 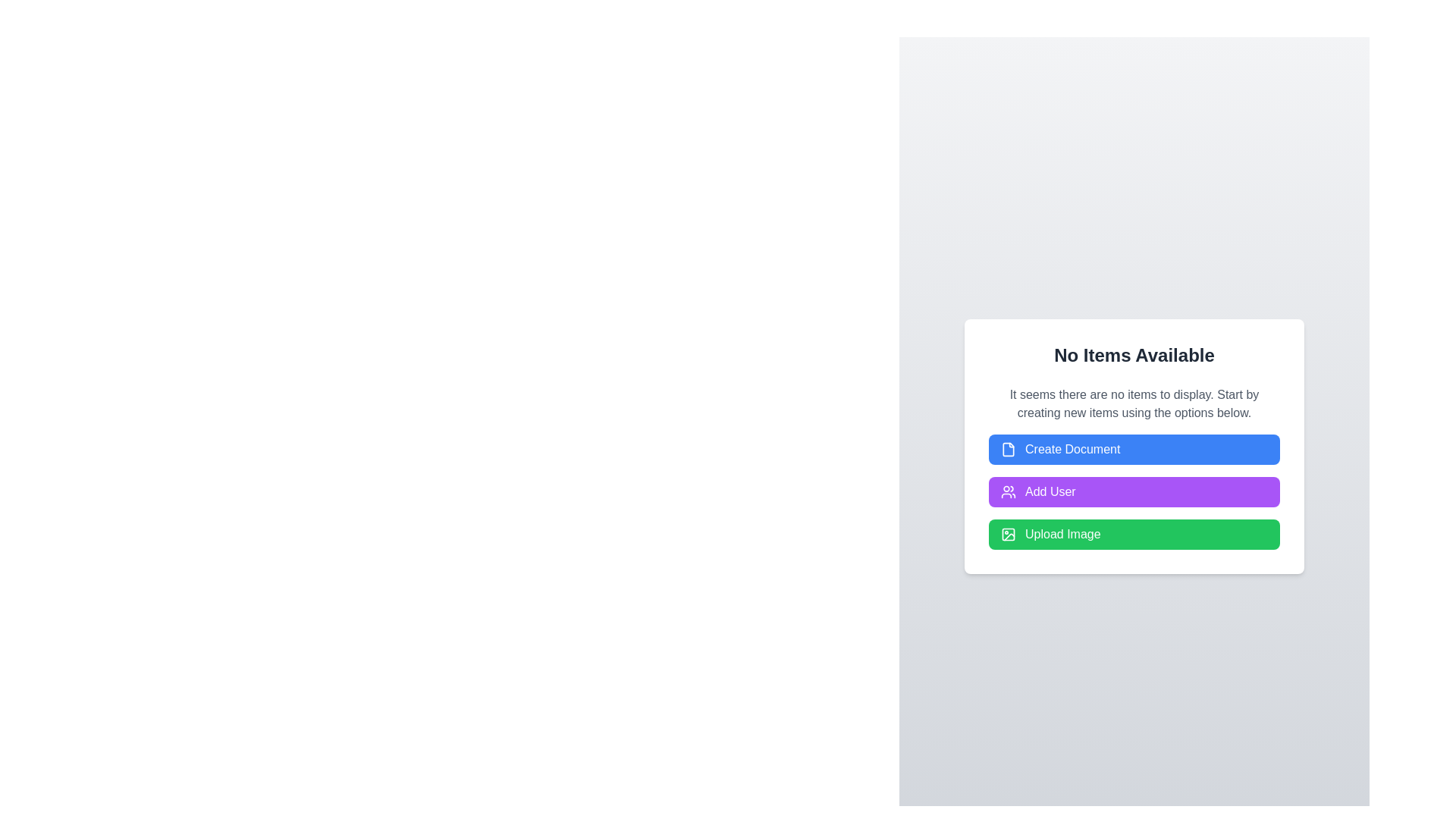 I want to click on the icon located within the 'Add User' button, which visually indicates user addition and is positioned to the left of the text label, so click(x=1008, y=491).